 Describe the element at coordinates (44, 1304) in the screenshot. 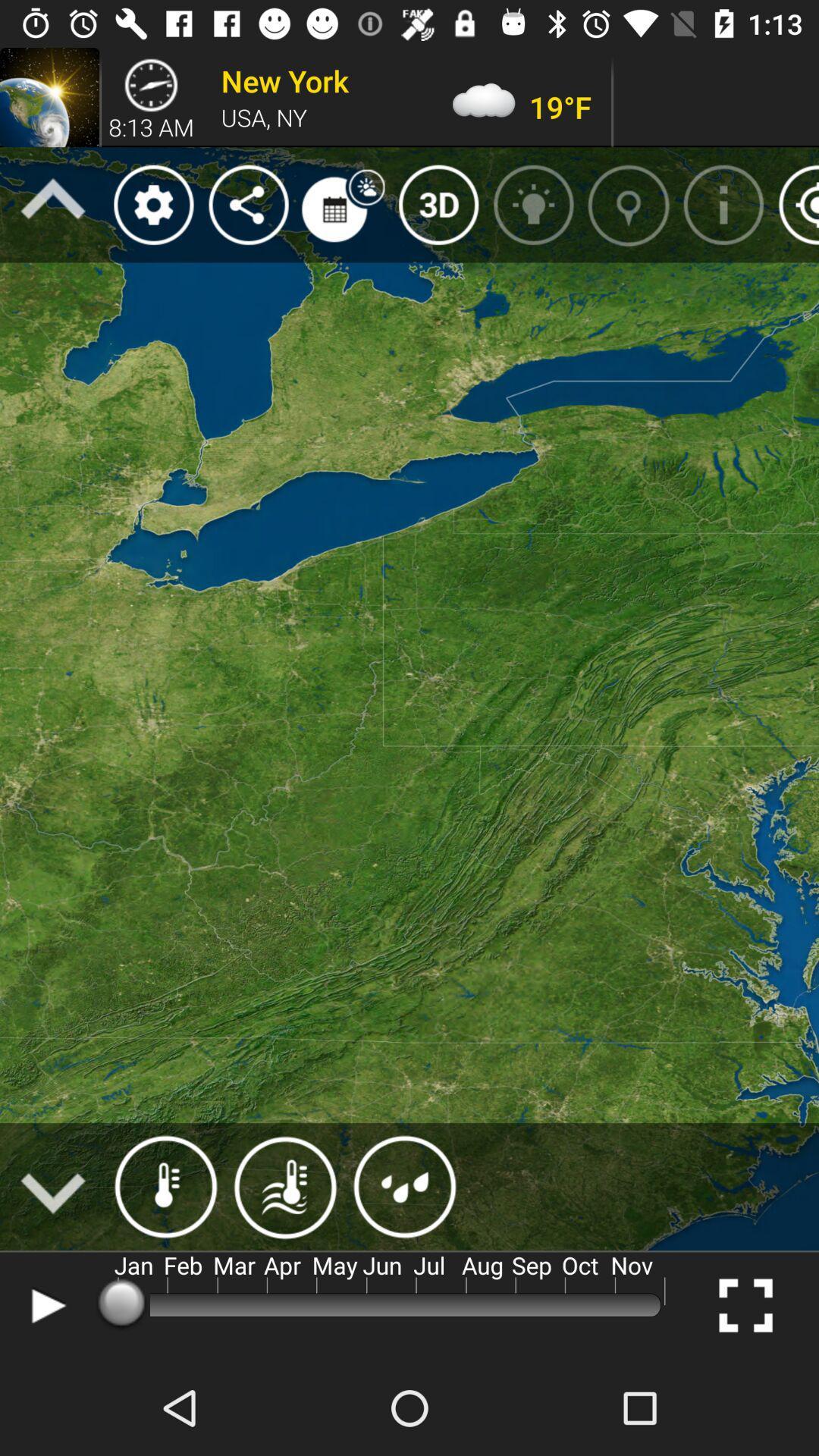

I see `the play icon` at that location.